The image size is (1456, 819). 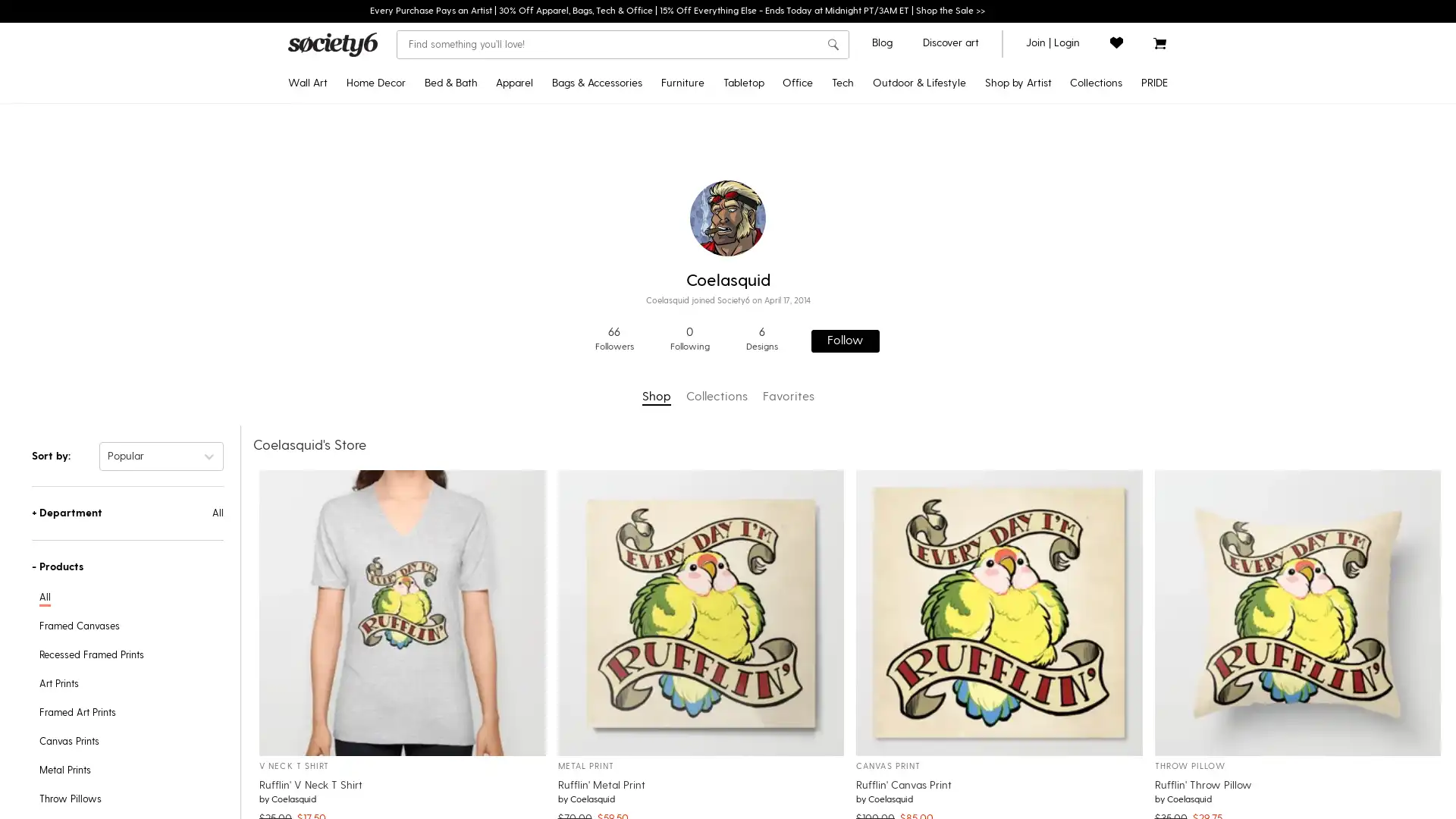 What do you see at coordinates (562, 292) in the screenshot?
I see `Leggings` at bounding box center [562, 292].